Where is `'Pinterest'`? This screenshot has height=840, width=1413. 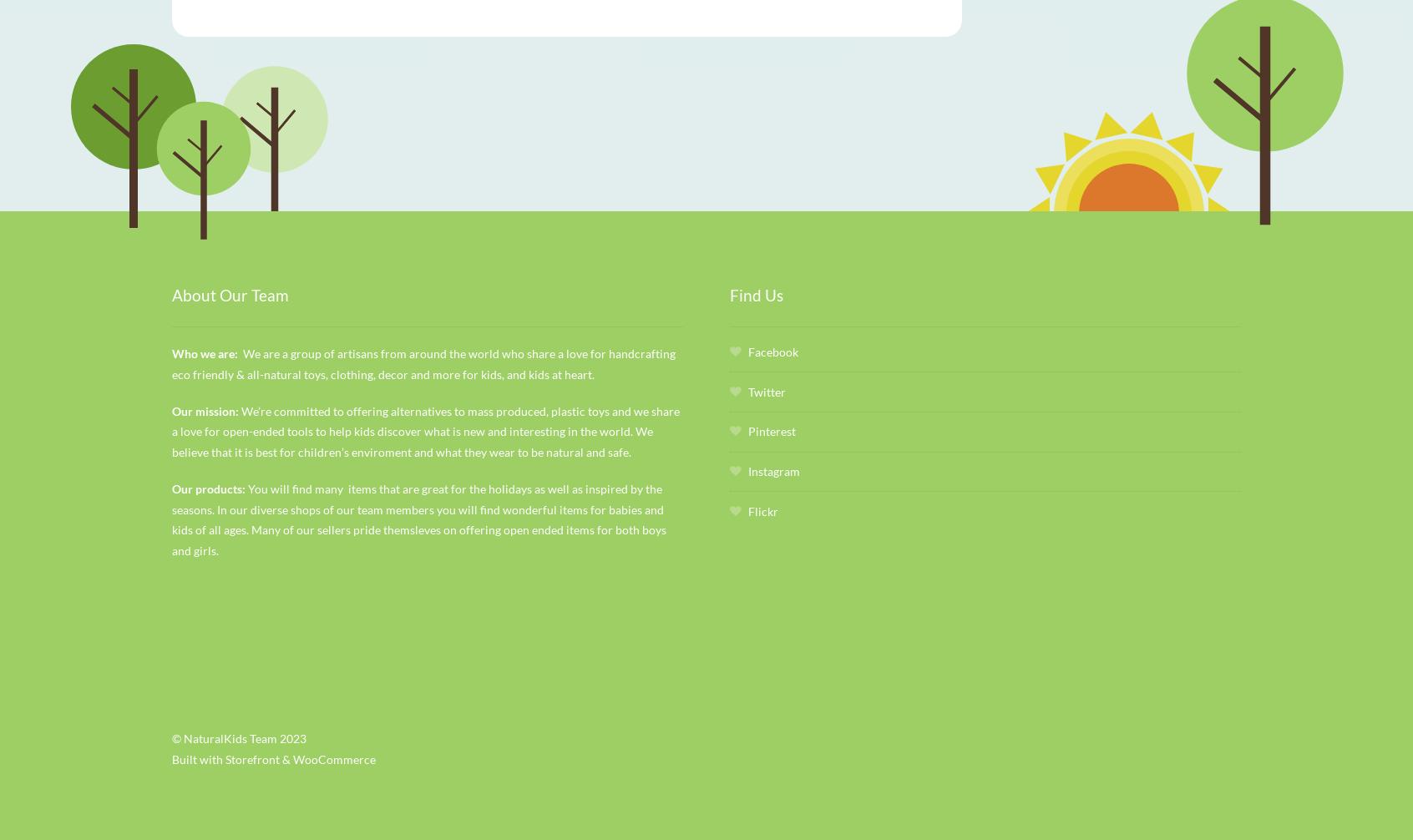
'Pinterest' is located at coordinates (772, 431).